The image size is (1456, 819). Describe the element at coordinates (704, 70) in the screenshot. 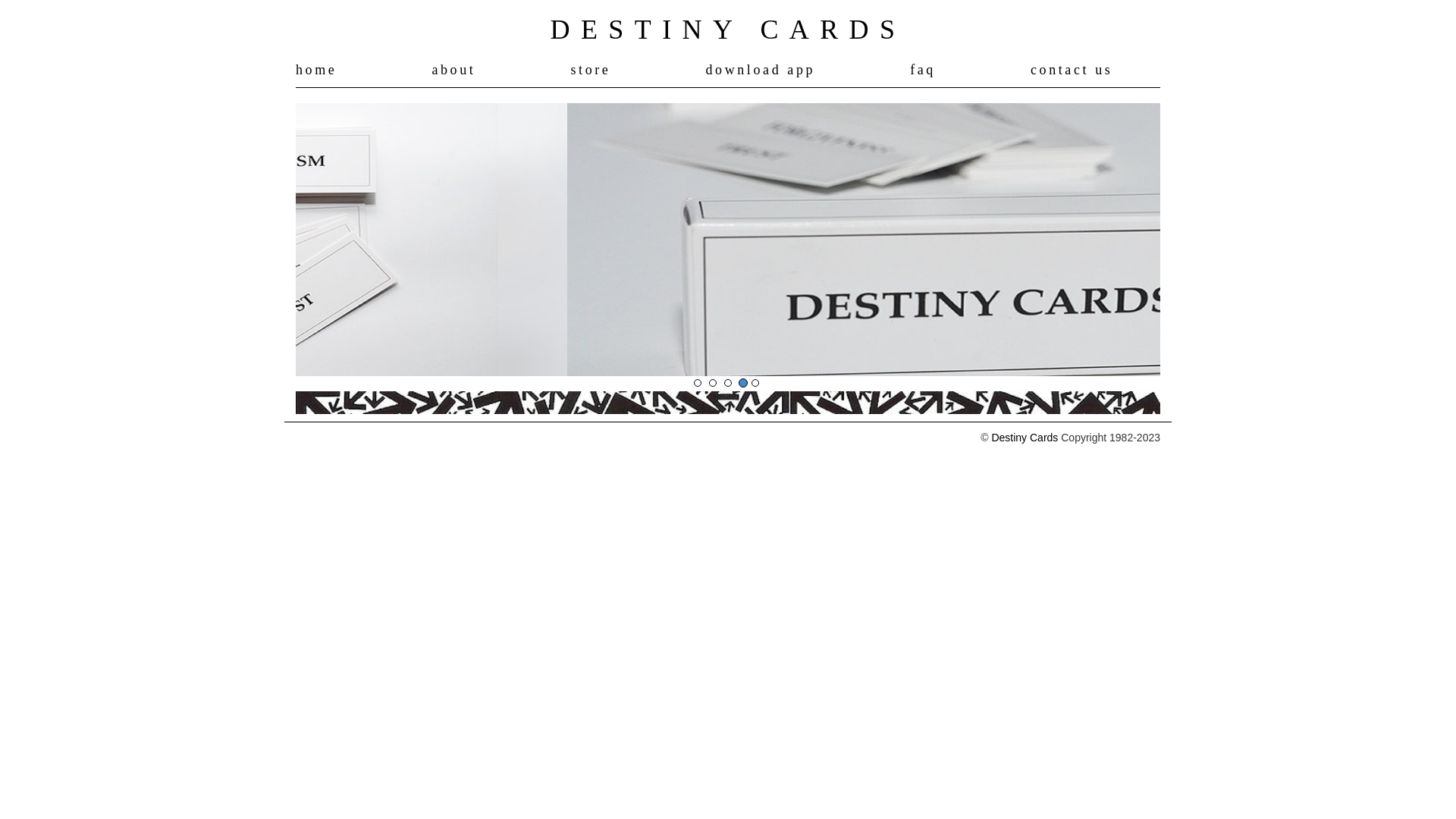

I see `'download app'` at that location.